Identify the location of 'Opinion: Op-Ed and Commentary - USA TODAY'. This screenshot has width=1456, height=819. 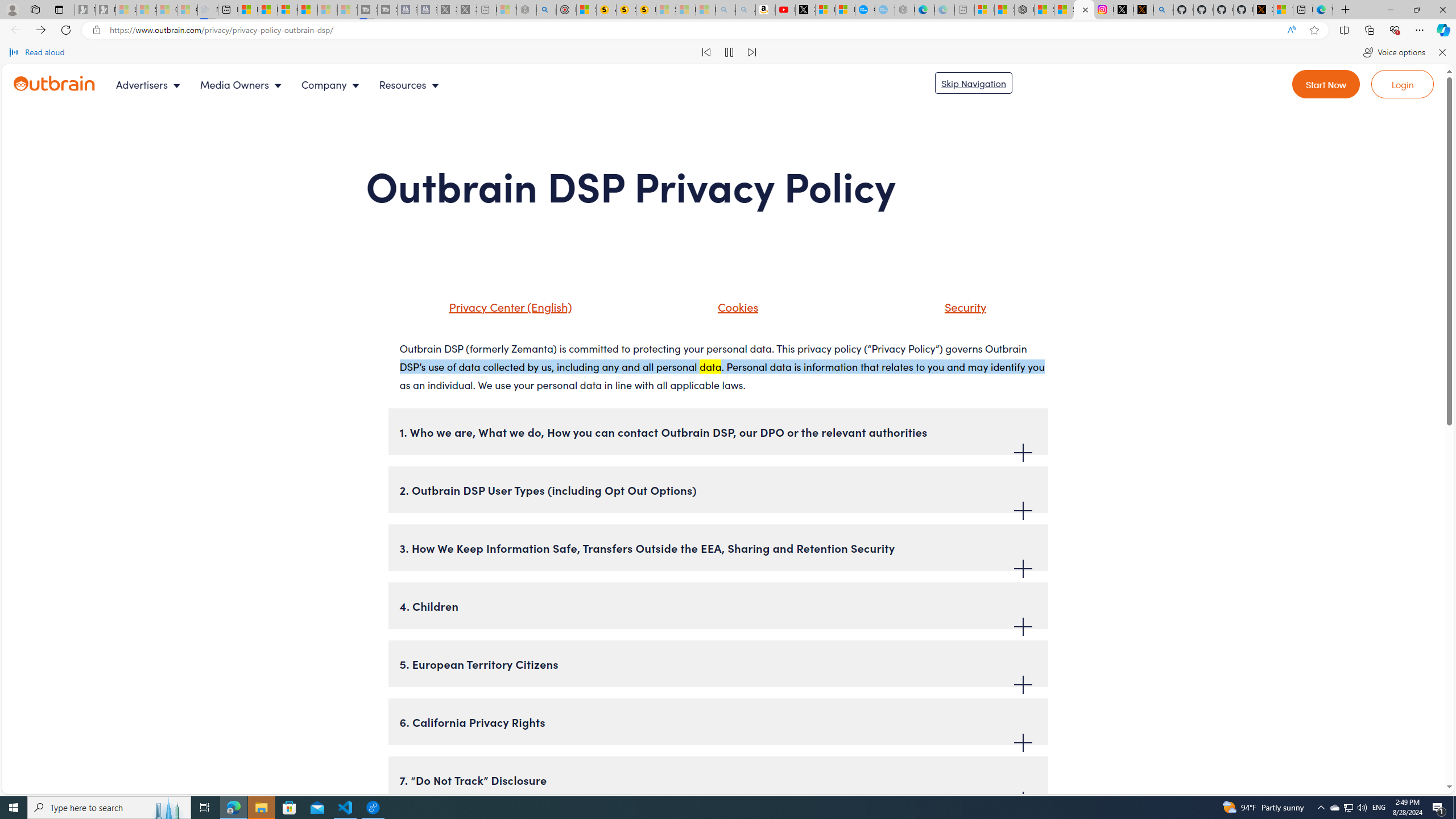
(864, 9).